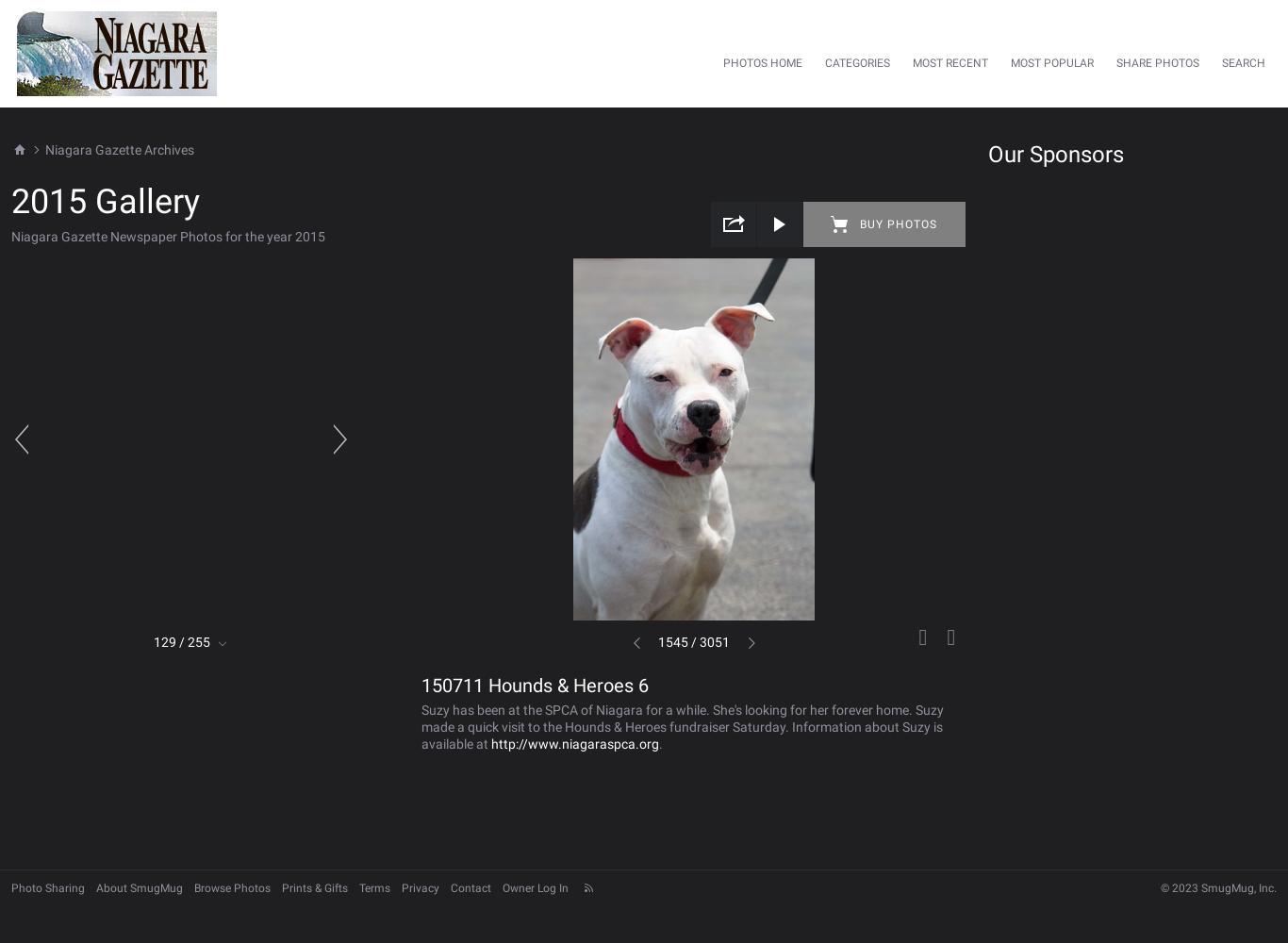  What do you see at coordinates (1243, 62) in the screenshot?
I see `'Search'` at bounding box center [1243, 62].